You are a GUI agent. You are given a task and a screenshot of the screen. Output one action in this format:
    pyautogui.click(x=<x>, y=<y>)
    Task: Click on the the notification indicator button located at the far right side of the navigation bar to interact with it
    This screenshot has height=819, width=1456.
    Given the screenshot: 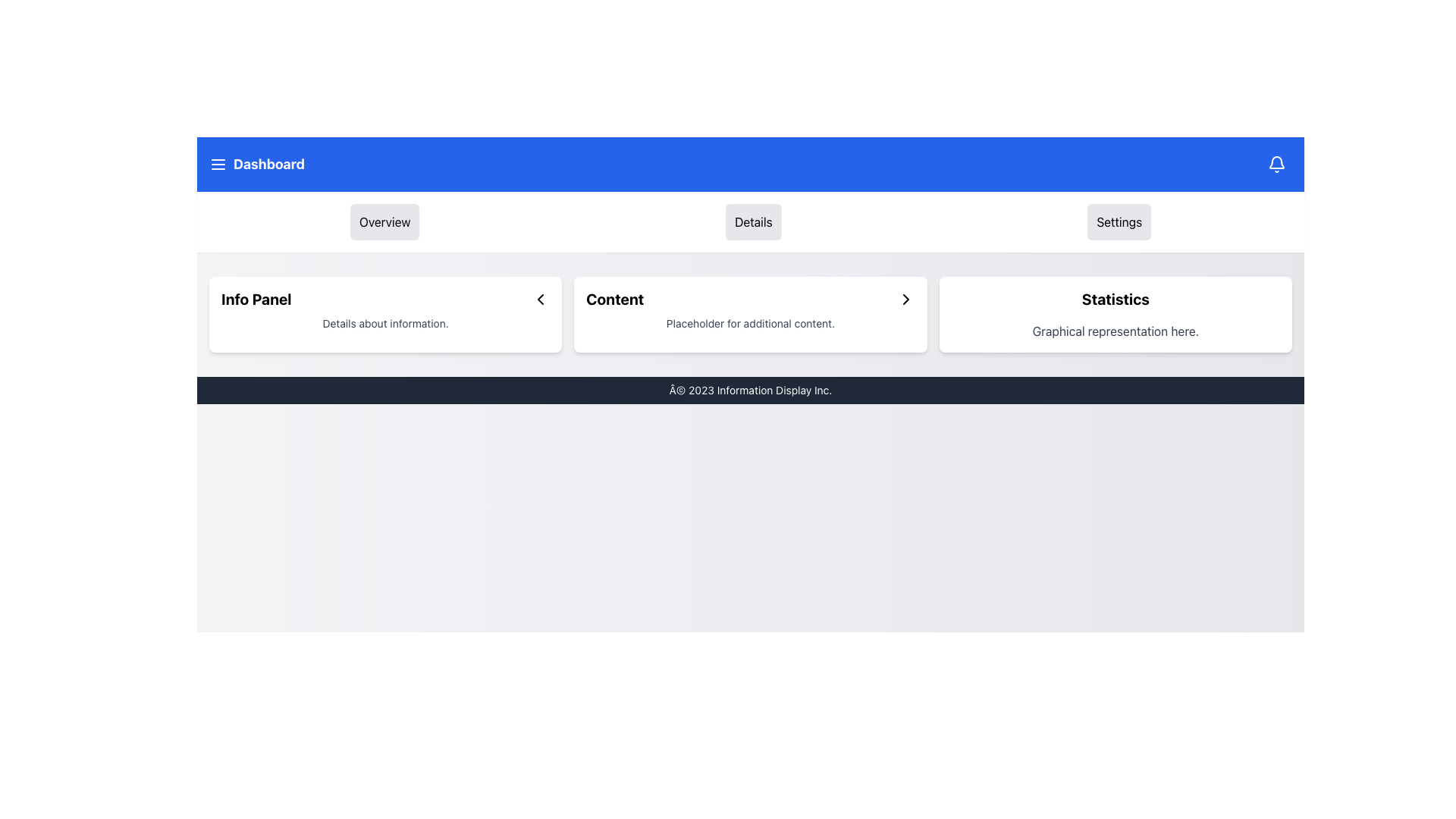 What is the action you would take?
    pyautogui.click(x=1276, y=164)
    